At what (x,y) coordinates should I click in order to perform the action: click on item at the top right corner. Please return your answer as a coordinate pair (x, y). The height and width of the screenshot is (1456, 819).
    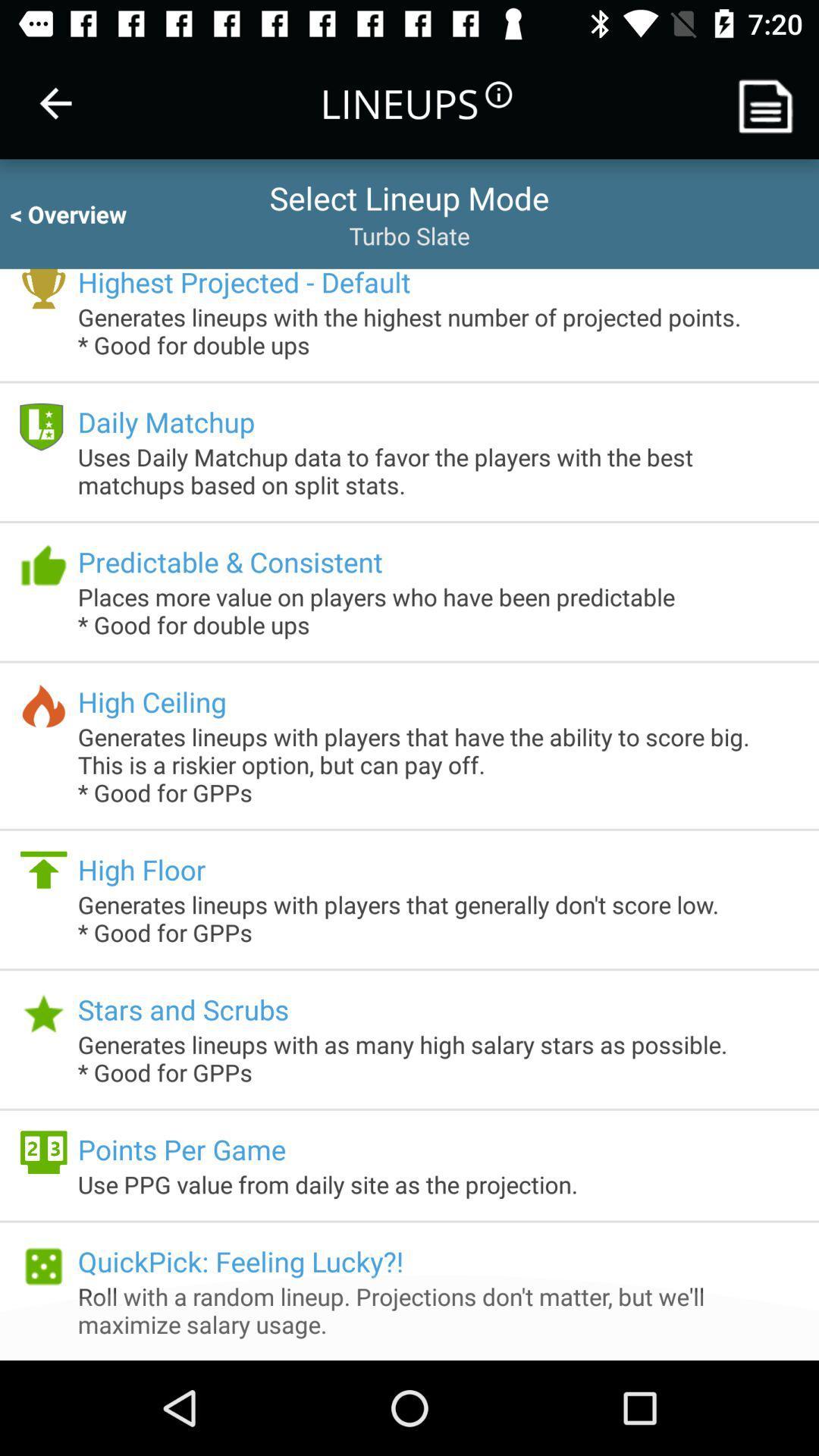
    Looking at the image, I should click on (771, 102).